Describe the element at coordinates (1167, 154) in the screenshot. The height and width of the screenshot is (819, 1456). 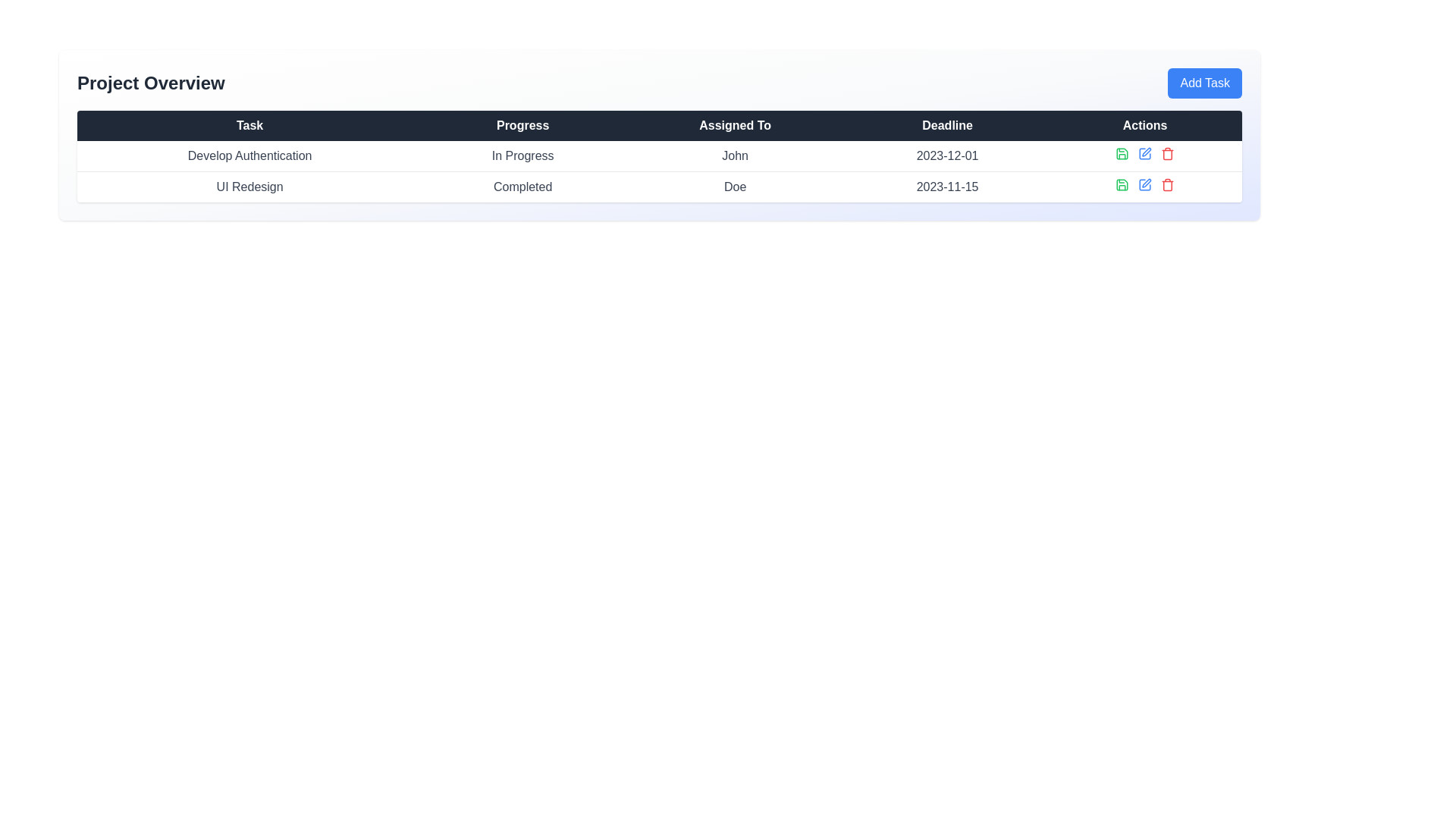
I see `the red trash can icon button located at the far right within the row of action icons in the table, which represents a delete action` at that location.